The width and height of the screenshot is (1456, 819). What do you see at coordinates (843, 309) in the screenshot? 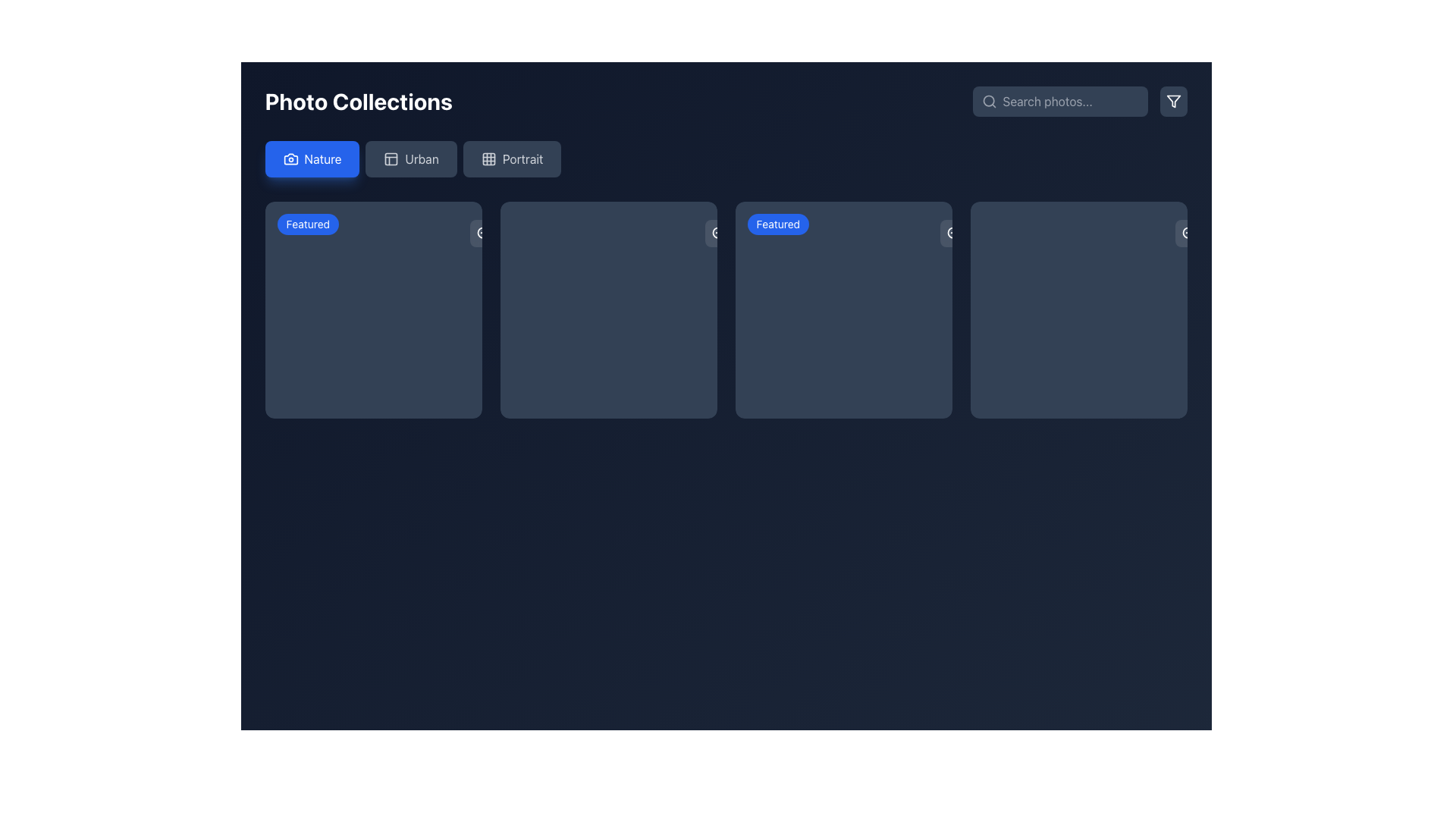
I see `the rectangular card with rounded corners and a dark background, labeled 'Featured'` at bounding box center [843, 309].